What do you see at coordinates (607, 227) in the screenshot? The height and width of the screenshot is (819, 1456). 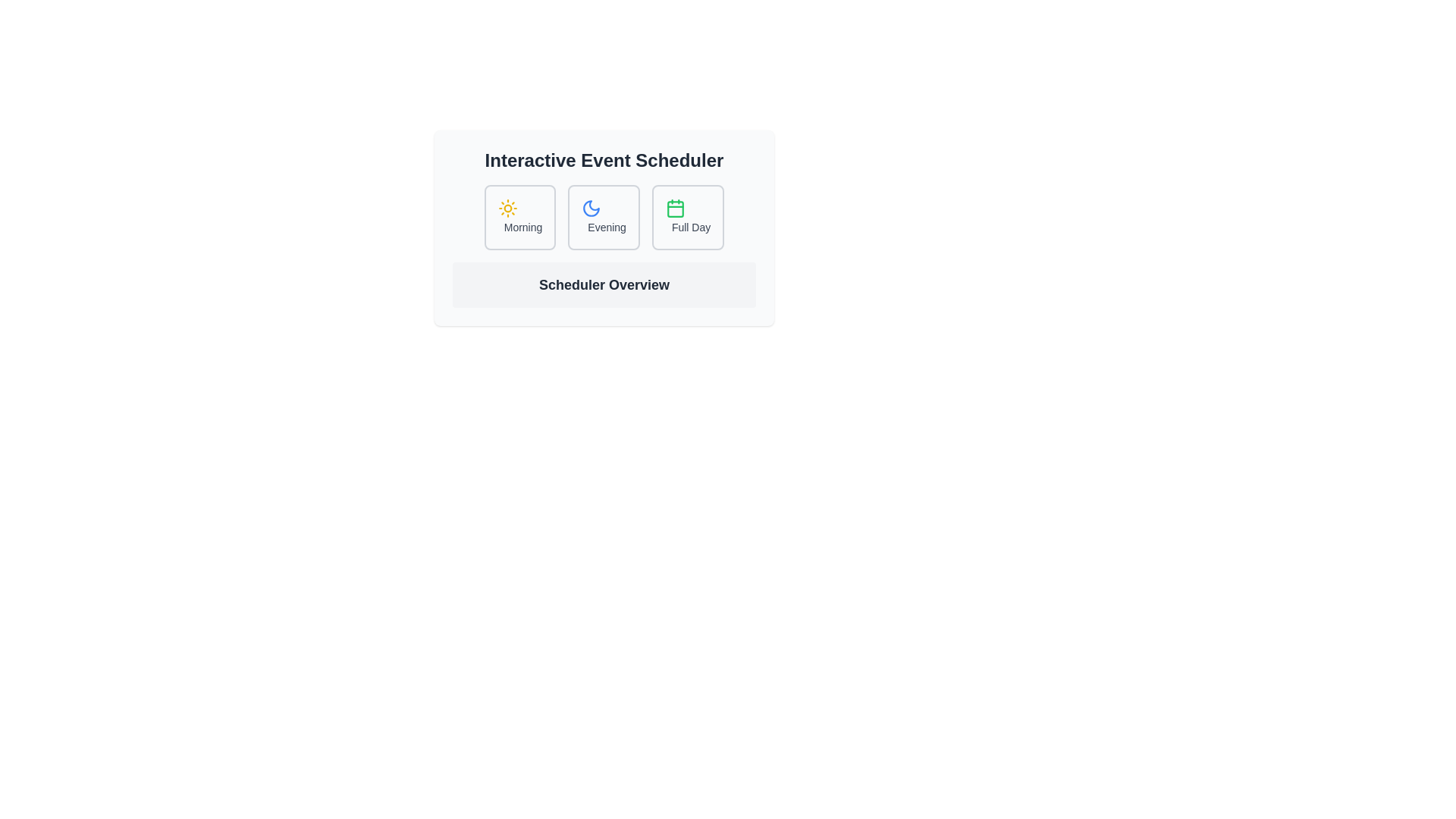 I see `the 'Evening' text label, which is displayed in small gray font within a bordered rectangular area, located beneath a moon icon in the scheduling interface` at bounding box center [607, 227].